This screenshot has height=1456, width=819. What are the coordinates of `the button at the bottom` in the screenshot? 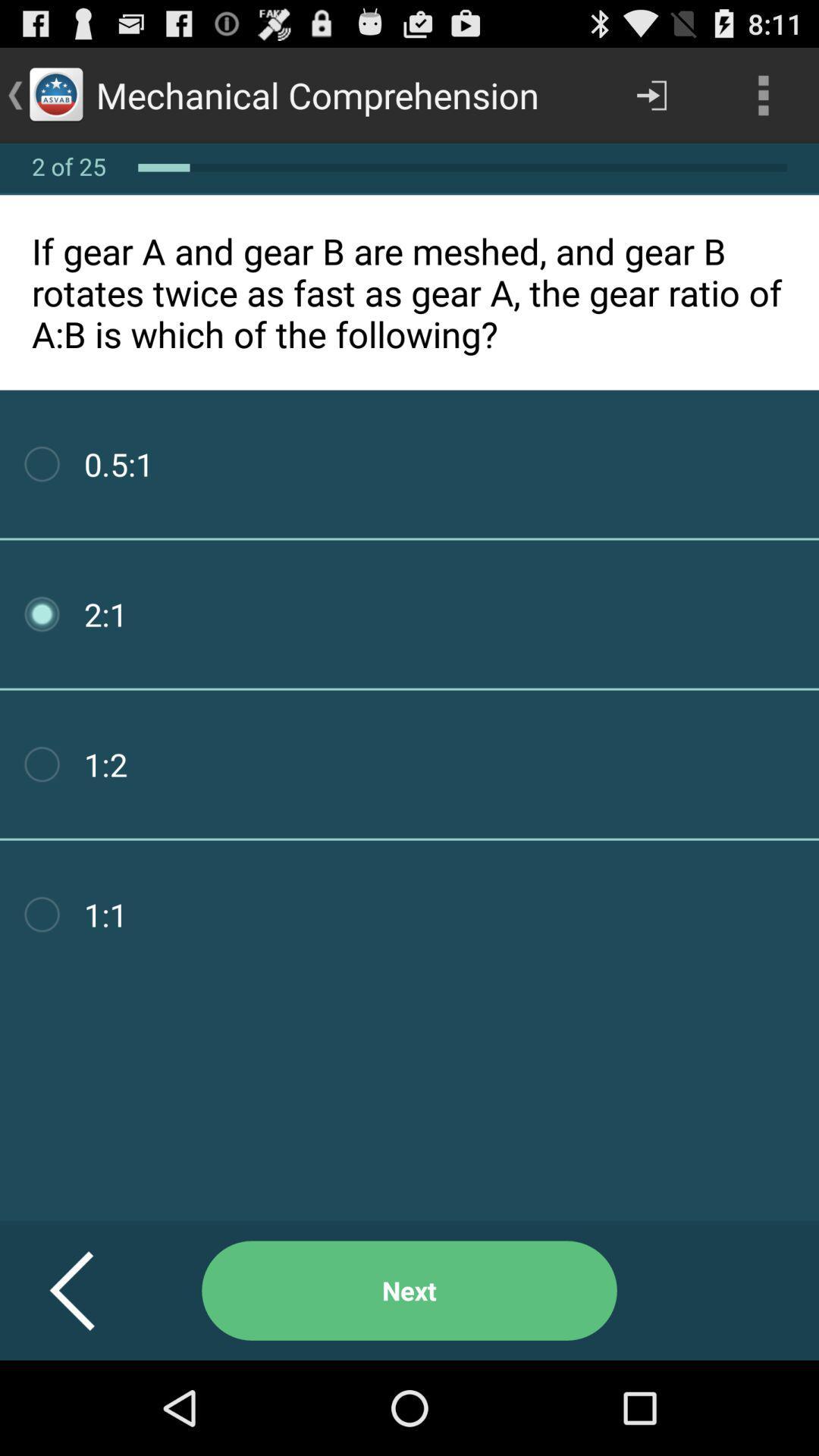 It's located at (409, 1290).